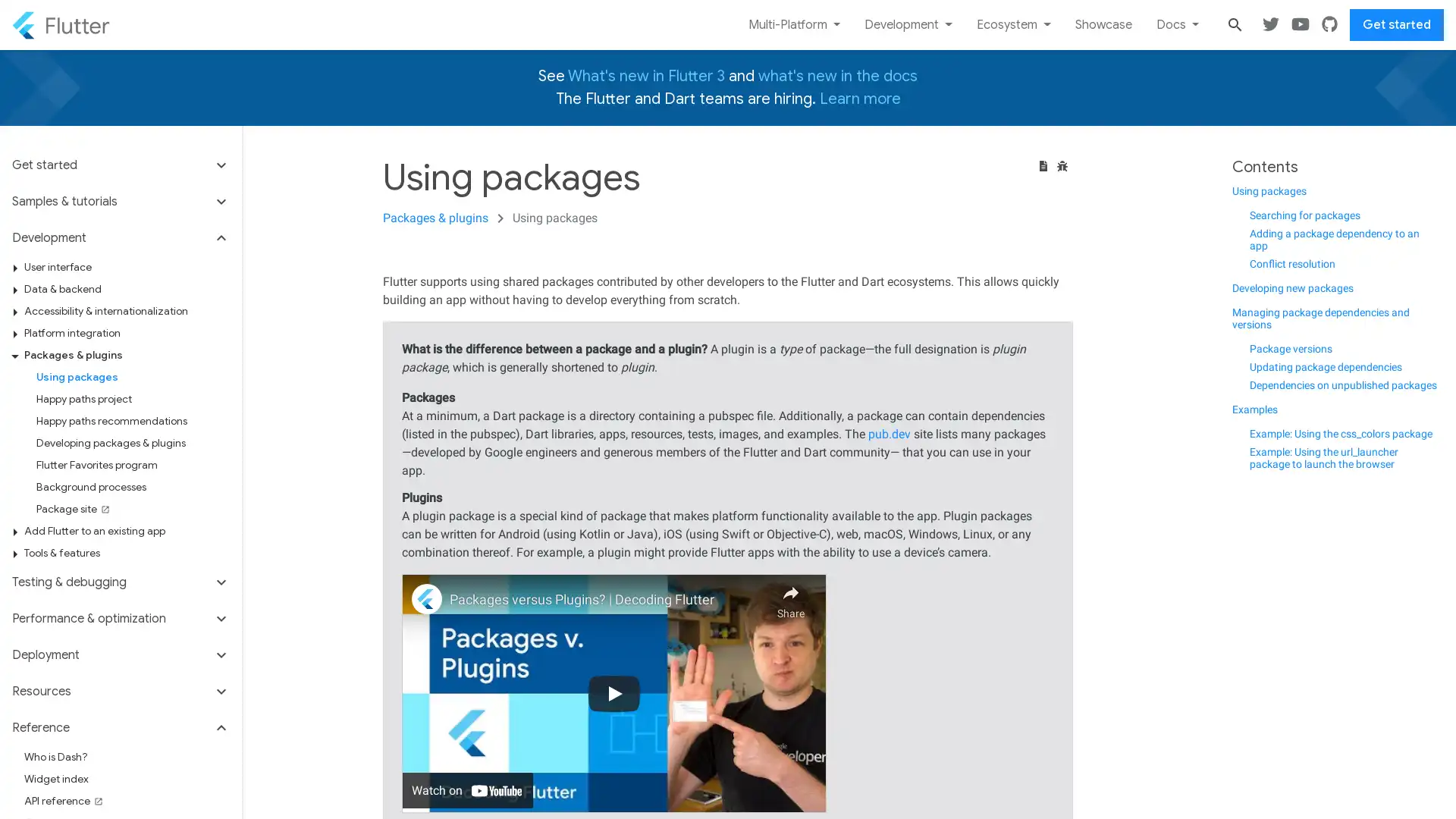 The image size is (1456, 819). I want to click on arrow_drop_down Add Flutter to an existing app, so click(127, 530).